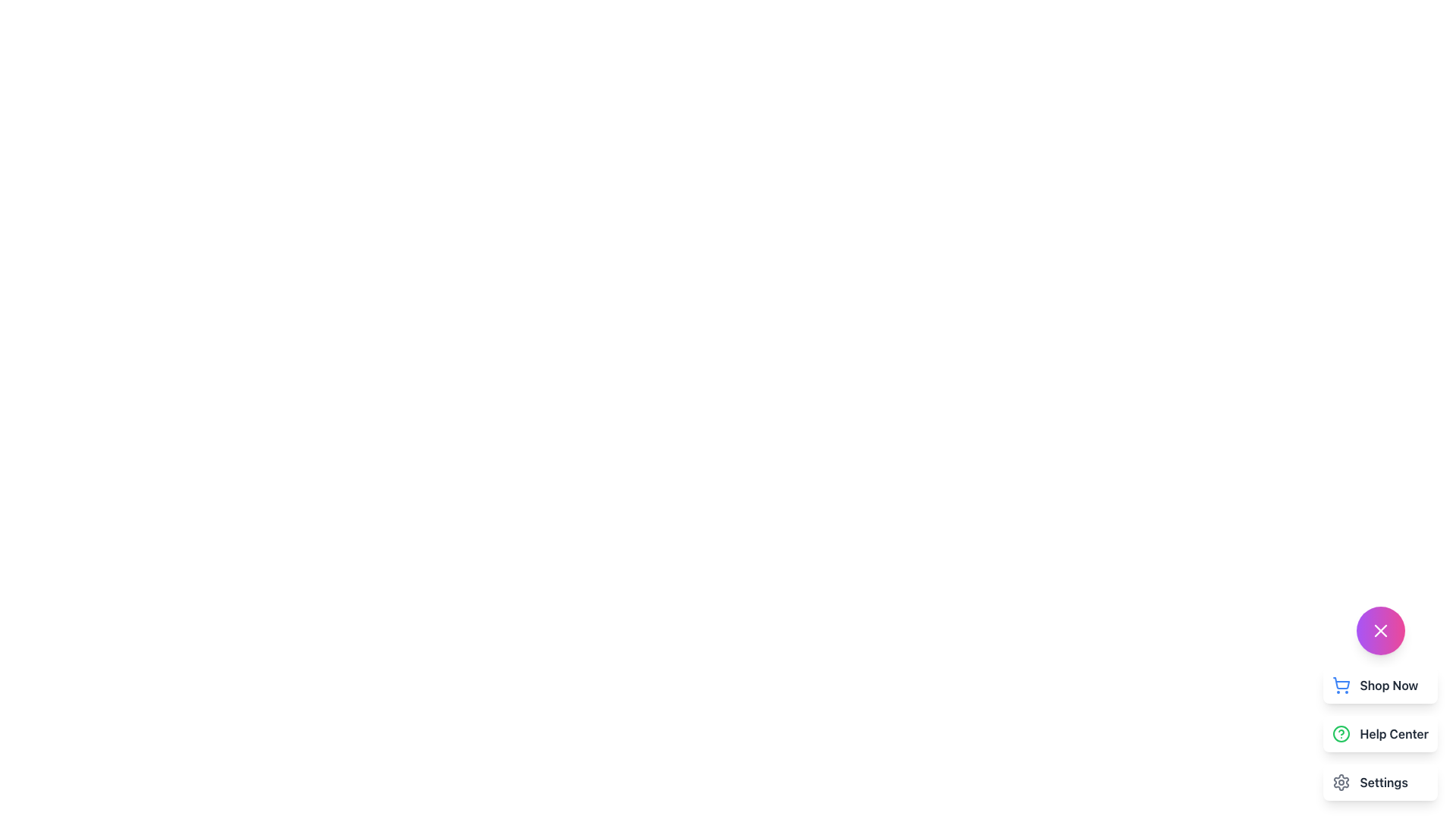  Describe the element at coordinates (1380, 733) in the screenshot. I see `the 'Help Center' button, which is a horizontally laid-out UI component featuring a green circle with a question mark icon and the text 'Help Center'. It is the second item in the vertical list of options in the right-hand floating panel` at that location.